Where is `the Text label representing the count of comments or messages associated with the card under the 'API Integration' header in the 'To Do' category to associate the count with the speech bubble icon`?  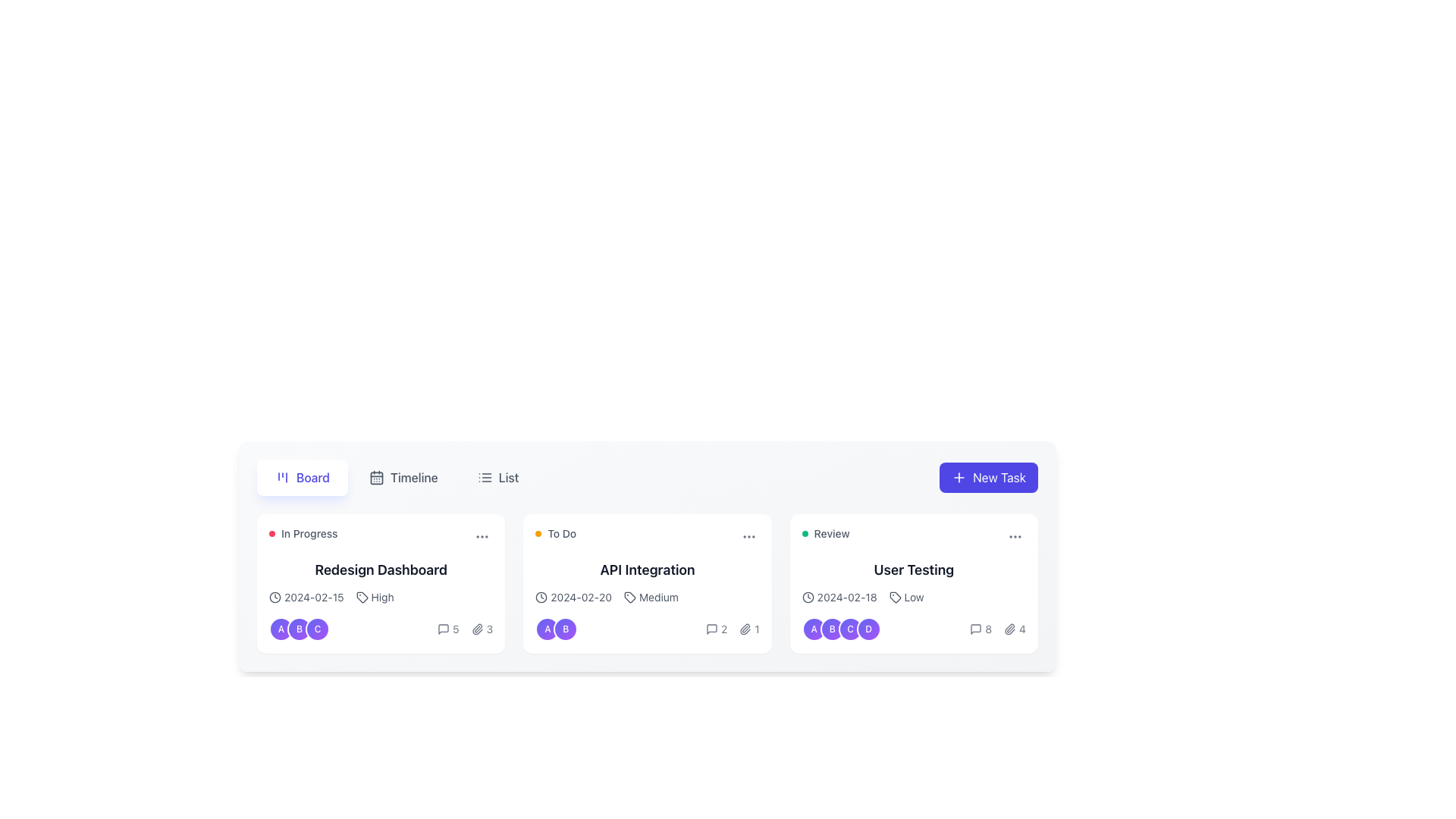
the Text label representing the count of comments or messages associated with the card under the 'API Integration' header in the 'To Do' category to associate the count with the speech bubble icon is located at coordinates (723, 629).